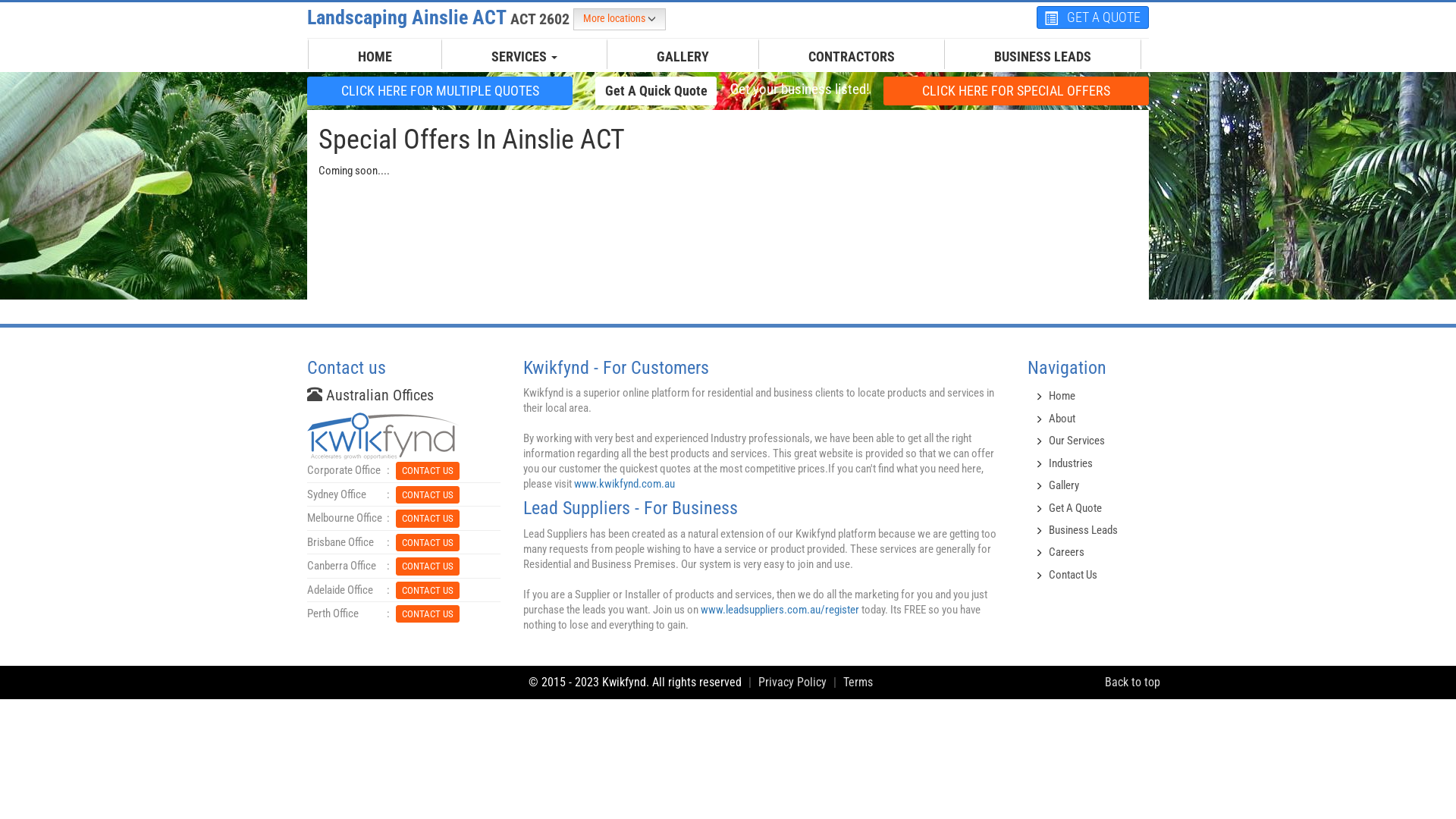 This screenshot has width=1456, height=819. What do you see at coordinates (1076, 441) in the screenshot?
I see `'Our Services'` at bounding box center [1076, 441].